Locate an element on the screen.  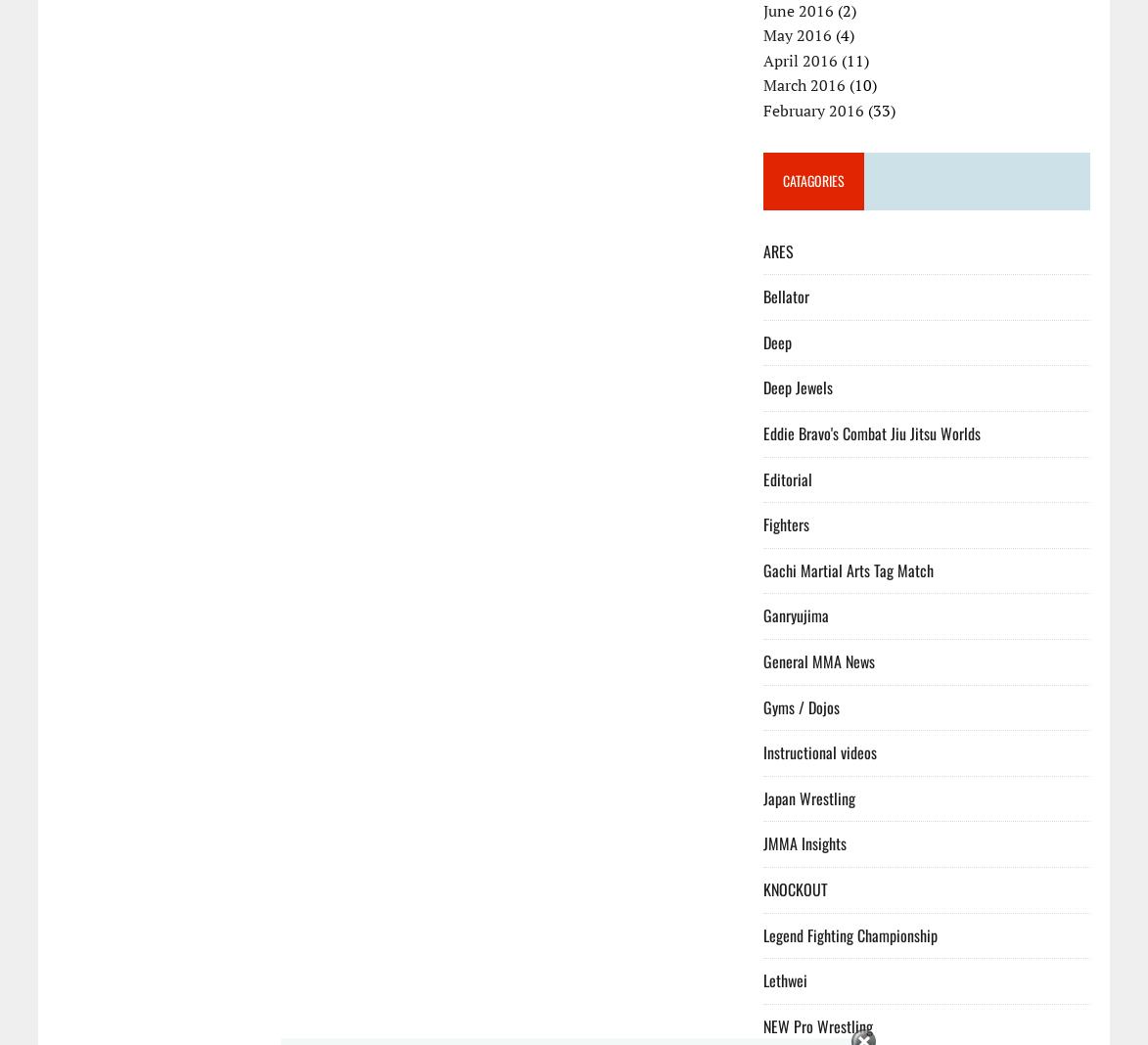
'(4)' is located at coordinates (843, 33).